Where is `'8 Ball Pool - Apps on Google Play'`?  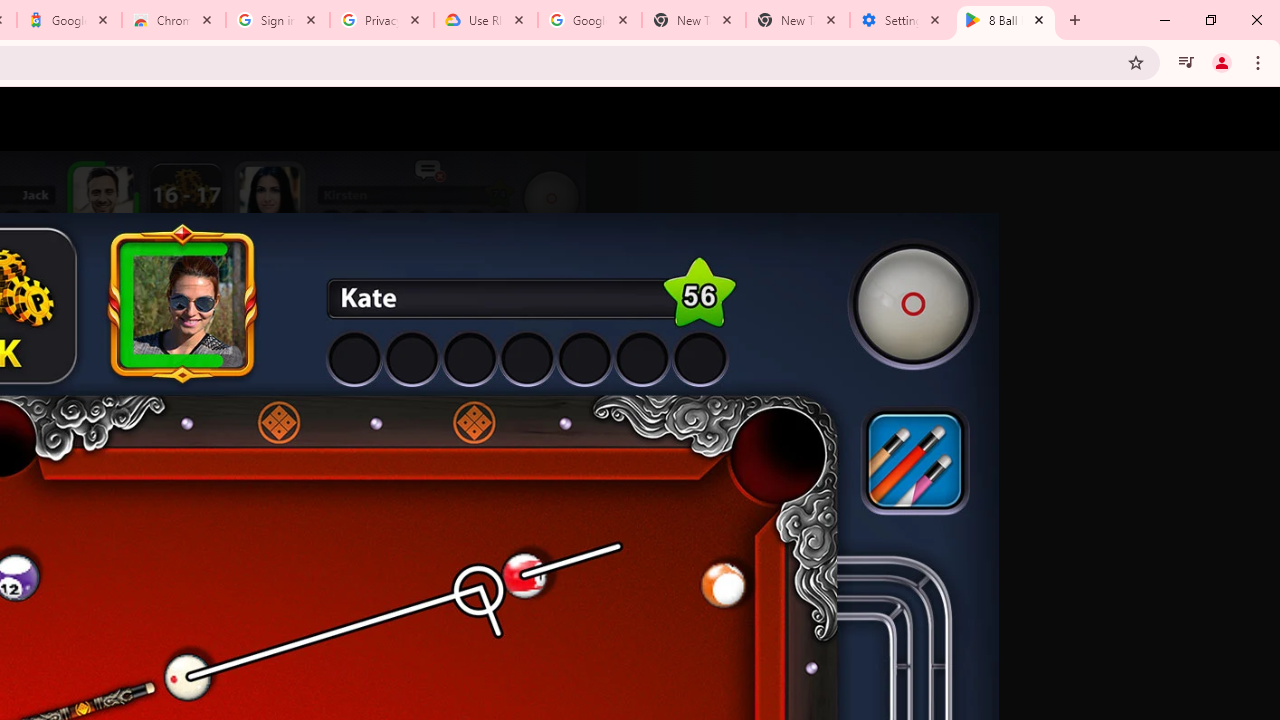
'8 Ball Pool - Apps on Google Play' is located at coordinates (1006, 20).